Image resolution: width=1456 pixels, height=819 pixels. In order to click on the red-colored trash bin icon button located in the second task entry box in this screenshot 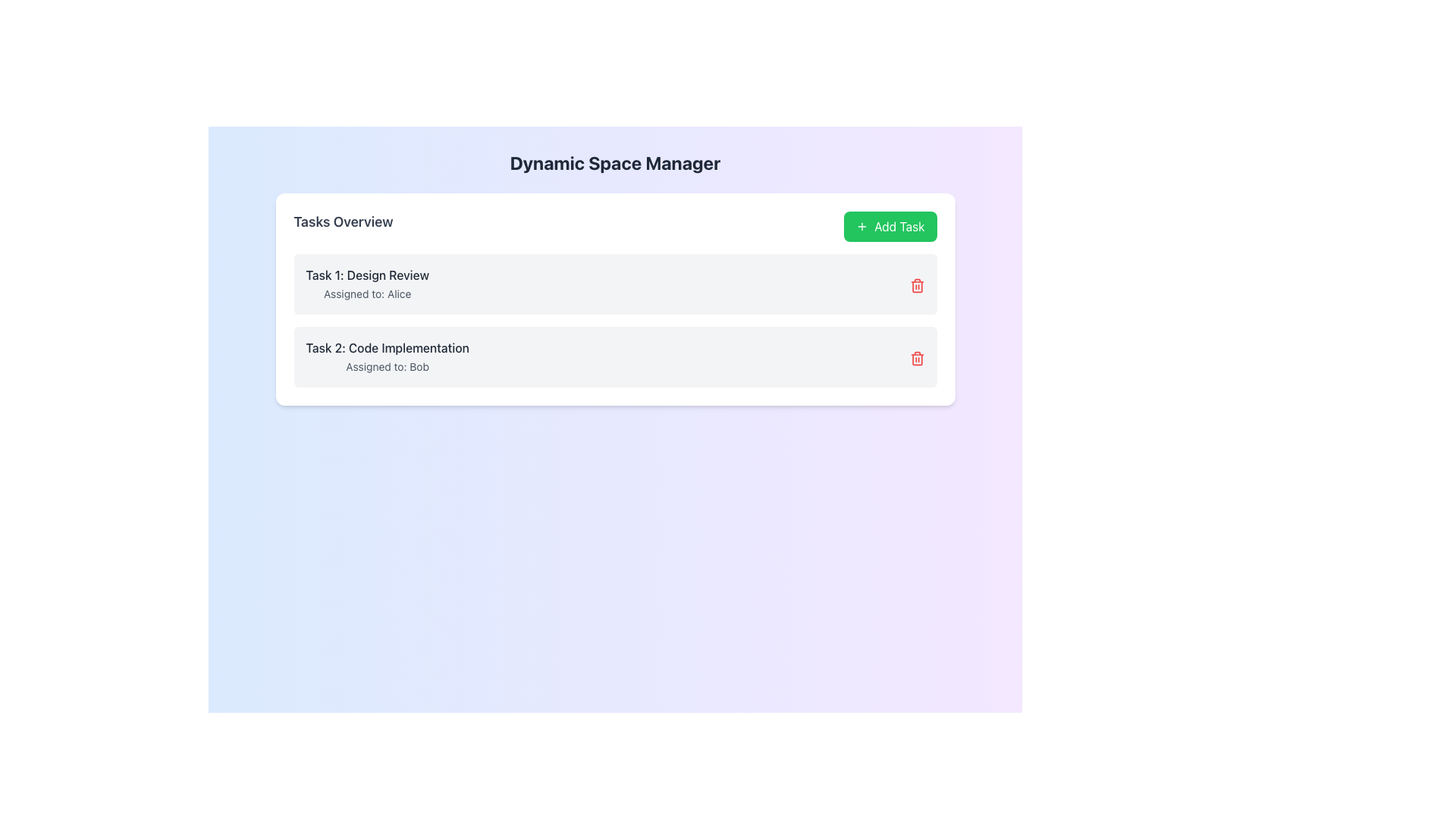, I will do `click(916, 359)`.